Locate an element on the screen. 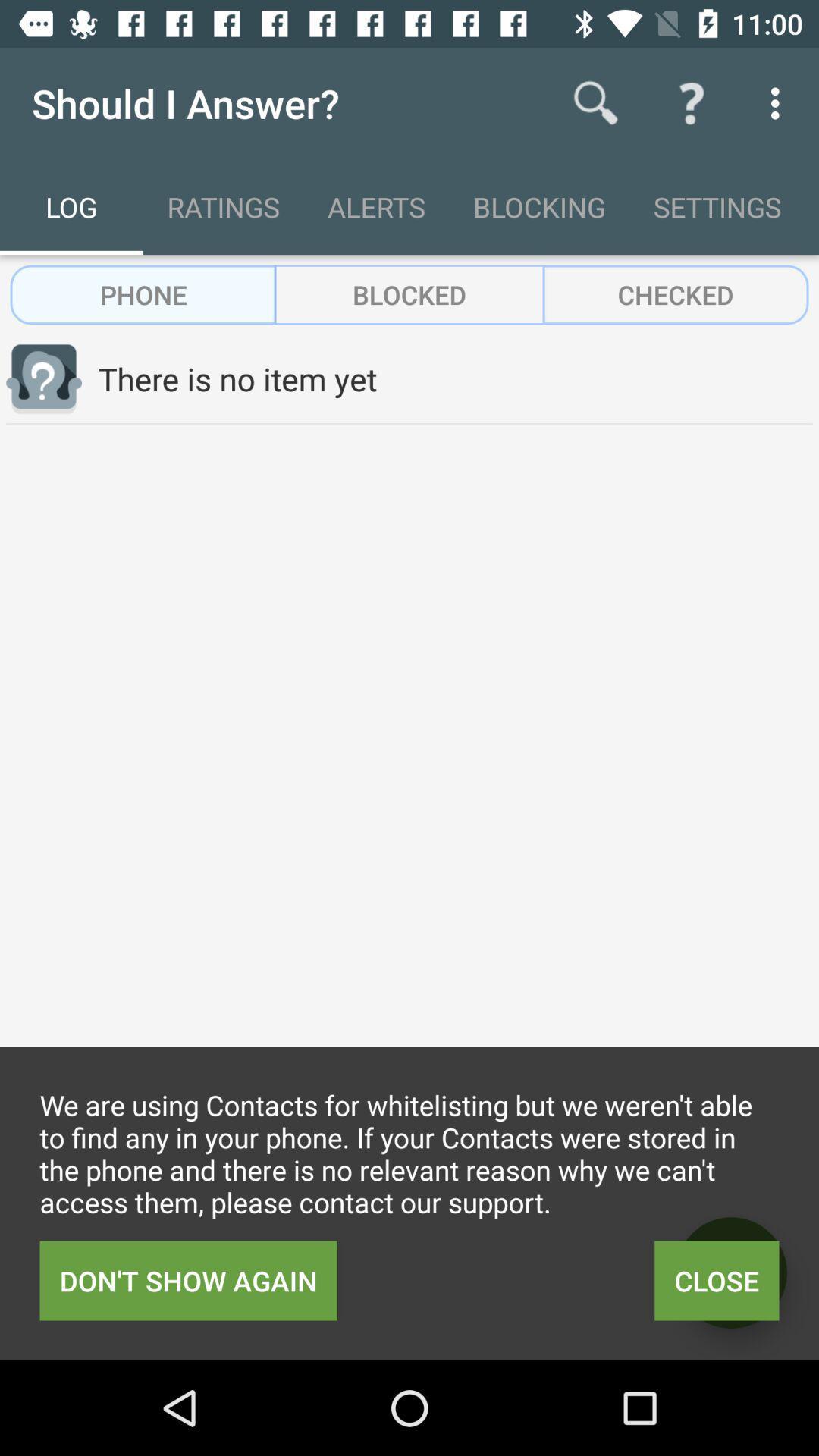 This screenshot has width=819, height=1456. the blocked is located at coordinates (409, 294).